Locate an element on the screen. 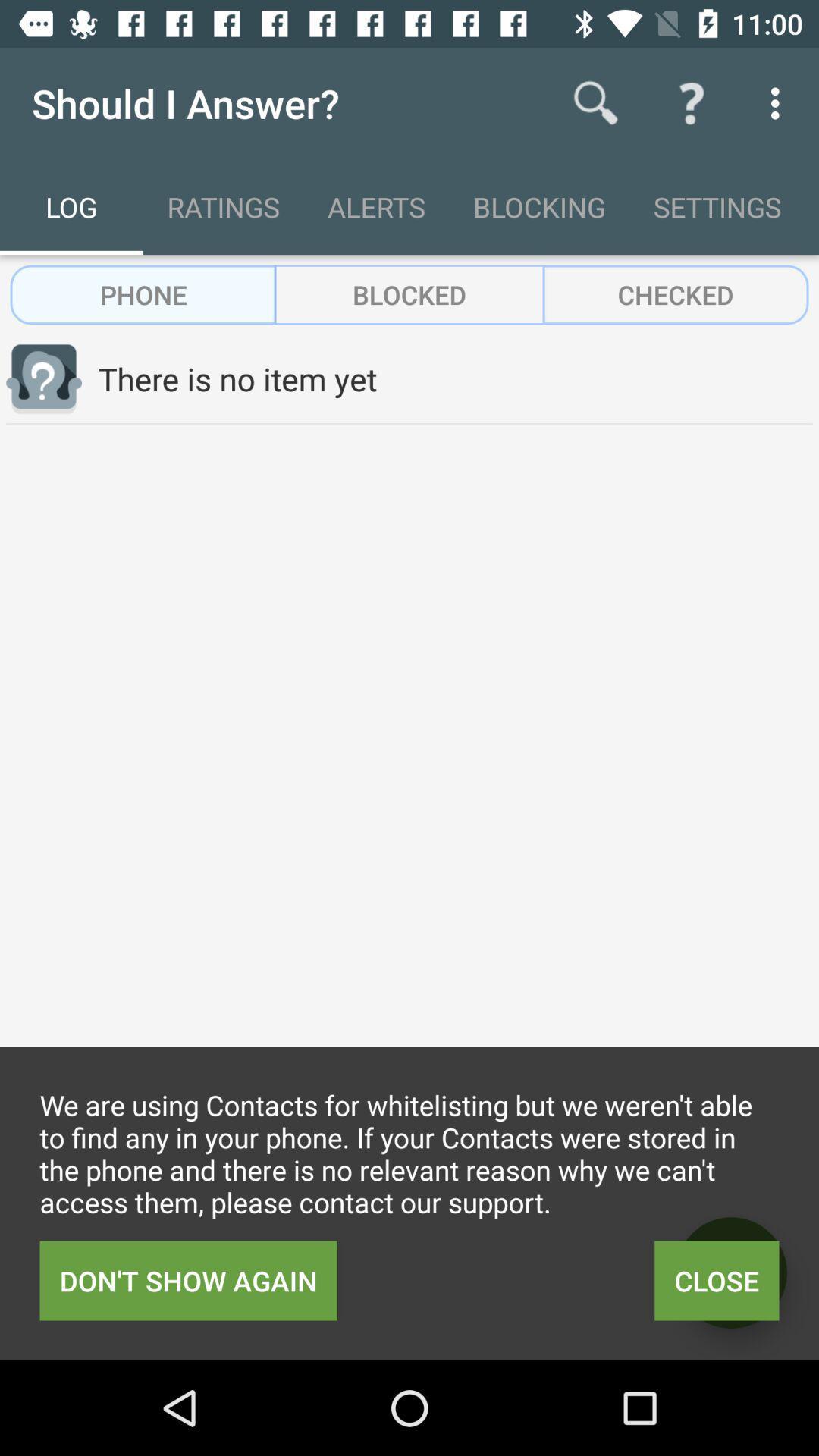 This screenshot has width=819, height=1456. the blocked is located at coordinates (409, 294).